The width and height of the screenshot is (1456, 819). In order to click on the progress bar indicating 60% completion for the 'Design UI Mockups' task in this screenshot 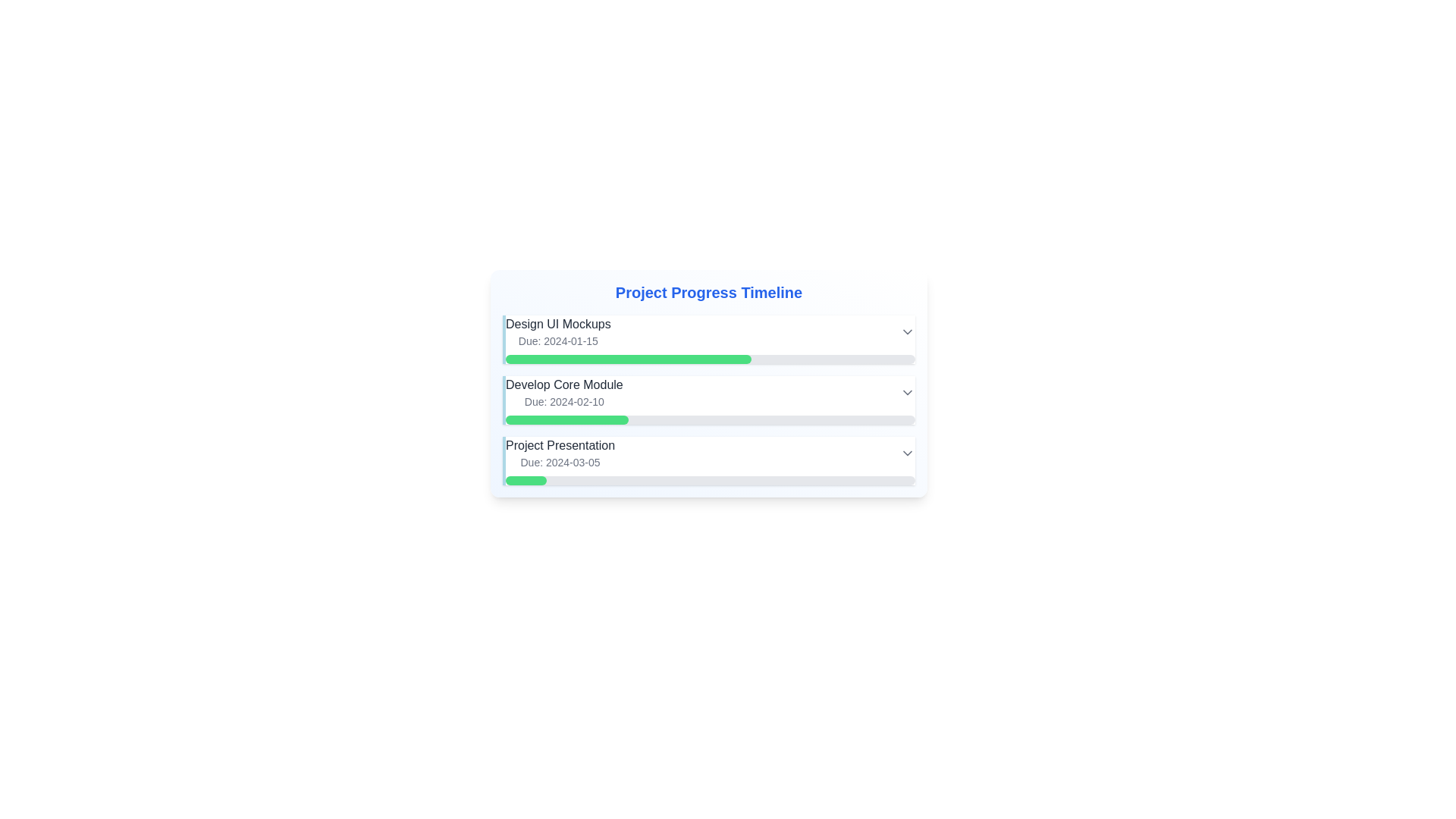, I will do `click(629, 359)`.